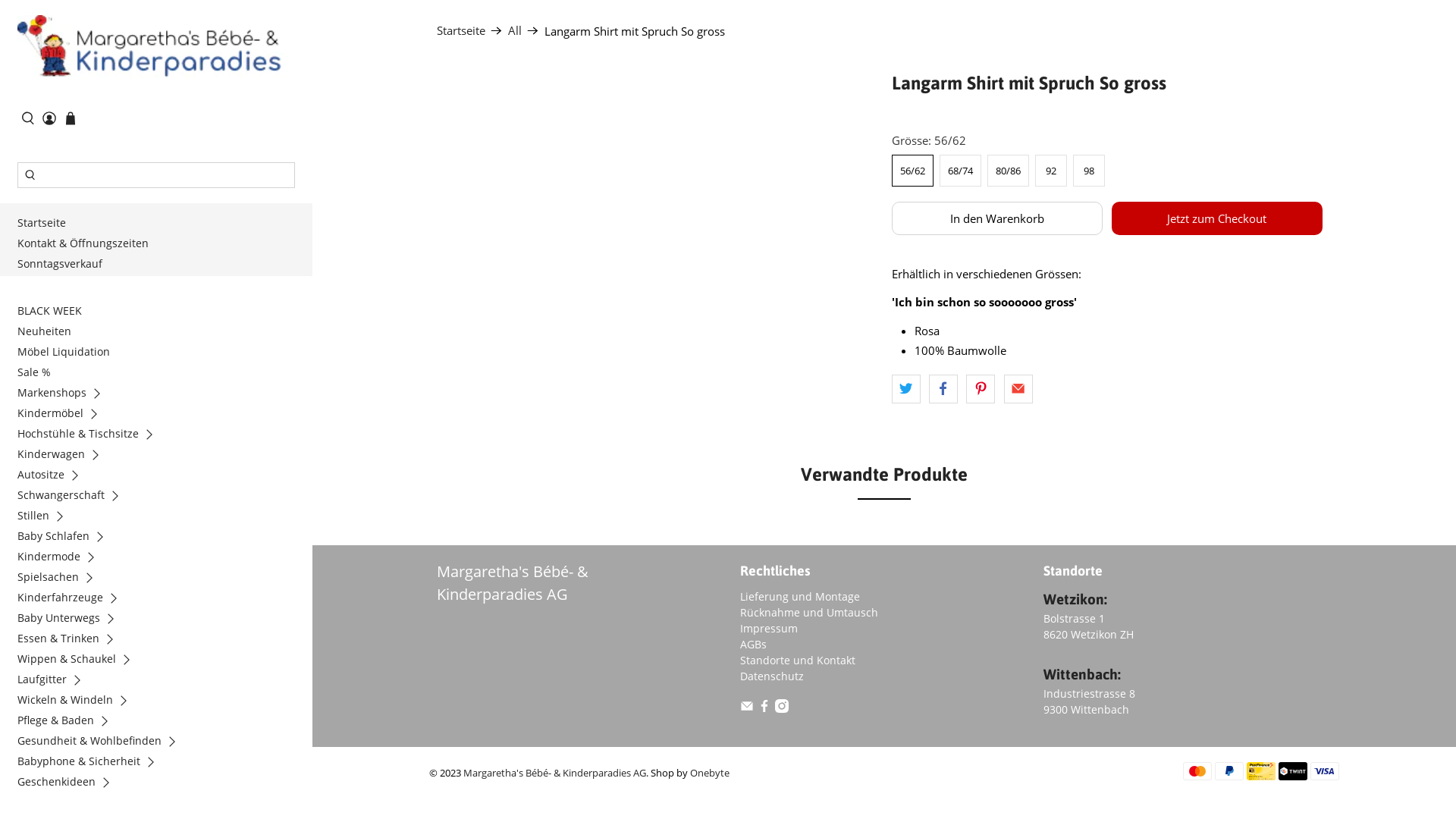 This screenshot has width=1456, height=819. Describe the element at coordinates (55, 680) in the screenshot. I see `'Laufgitter'` at that location.